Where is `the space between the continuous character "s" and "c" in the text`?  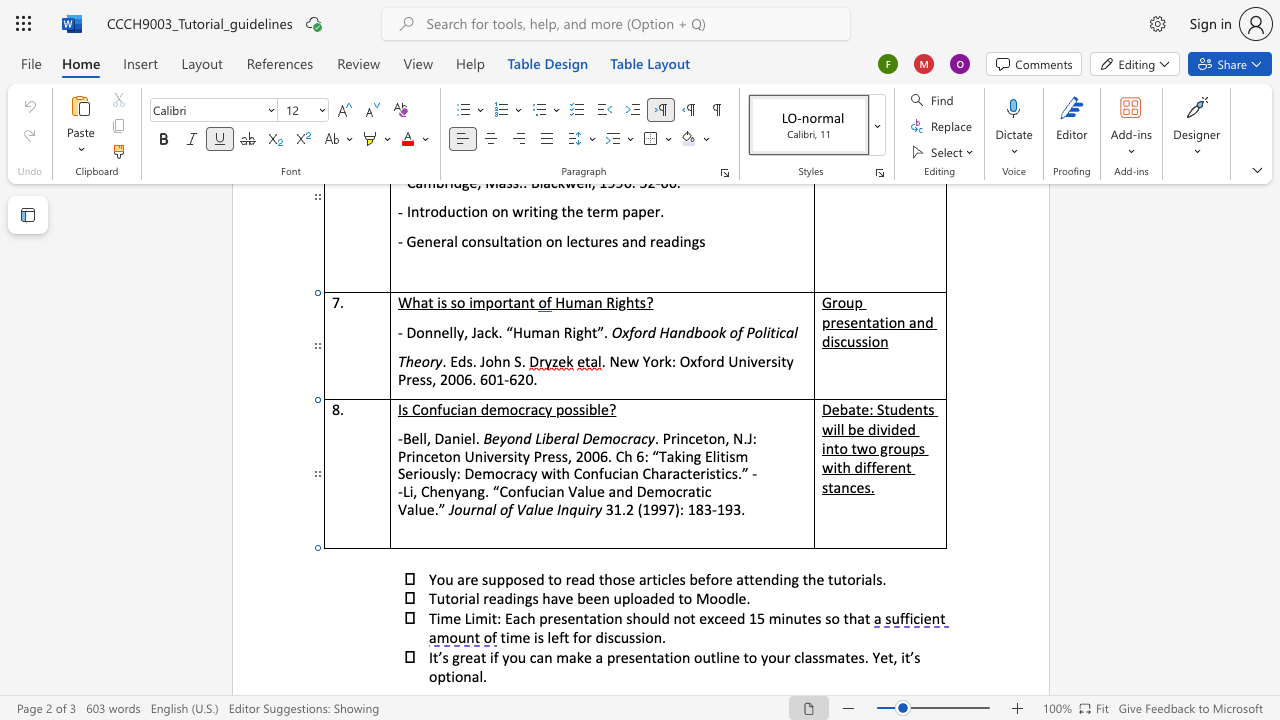
the space between the continuous character "s" and "c" in the text is located at coordinates (613, 637).